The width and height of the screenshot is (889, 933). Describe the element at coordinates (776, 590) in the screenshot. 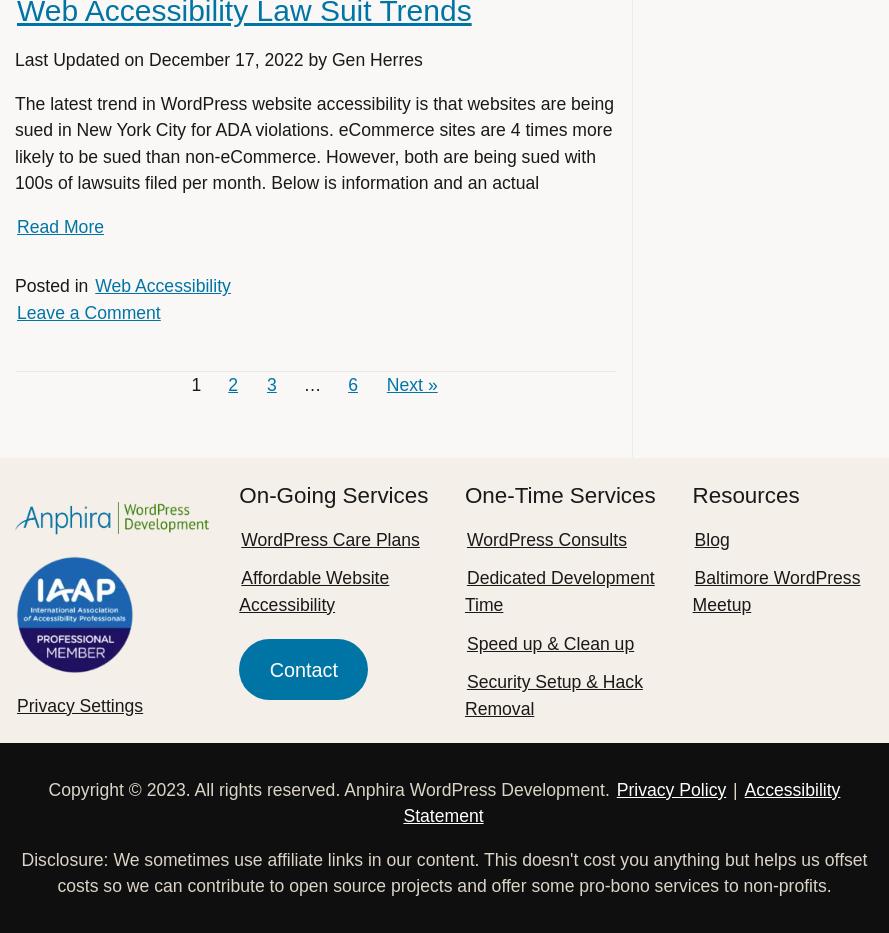

I see `'Baltimore WordPress Meetup'` at that location.